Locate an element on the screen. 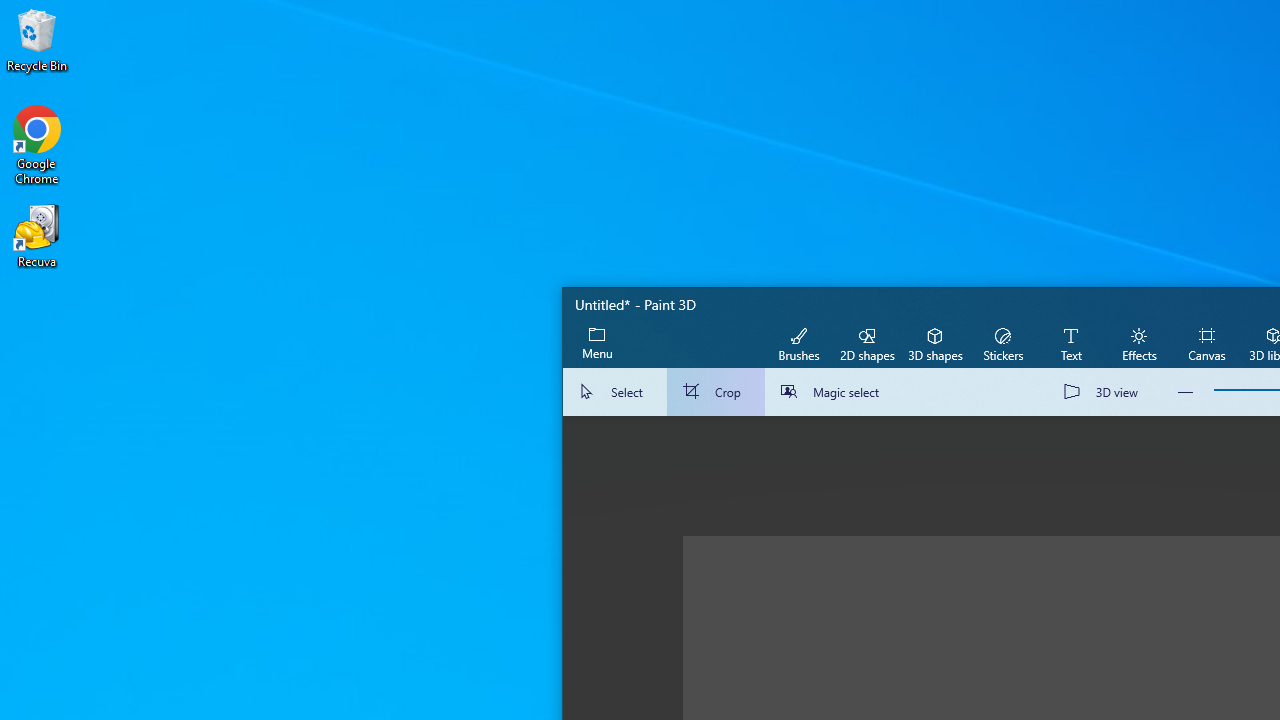 The width and height of the screenshot is (1280, 720). 'Zoom out' is located at coordinates (1185, 392).